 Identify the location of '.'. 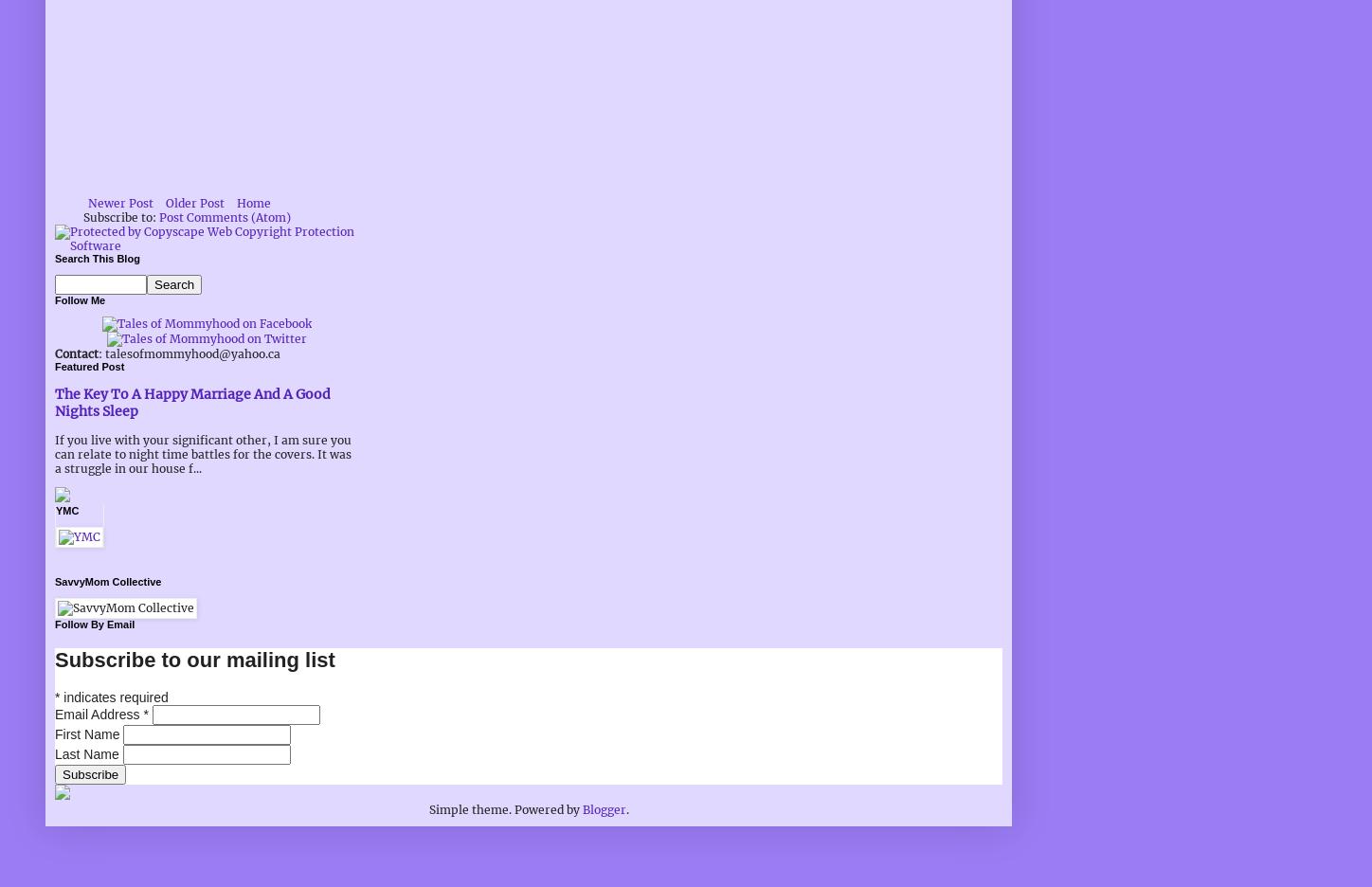
(623, 808).